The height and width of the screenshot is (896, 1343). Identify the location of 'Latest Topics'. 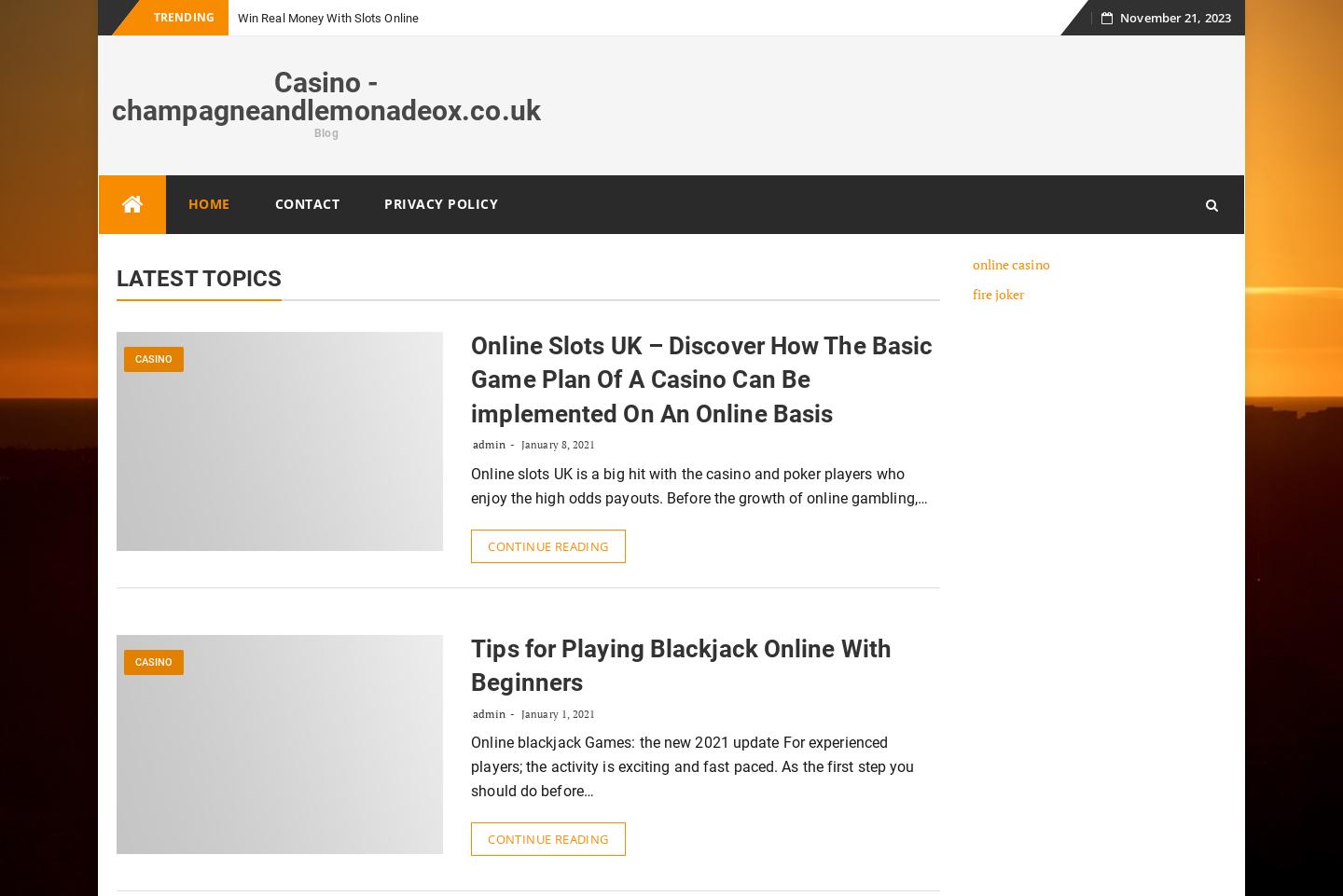
(199, 278).